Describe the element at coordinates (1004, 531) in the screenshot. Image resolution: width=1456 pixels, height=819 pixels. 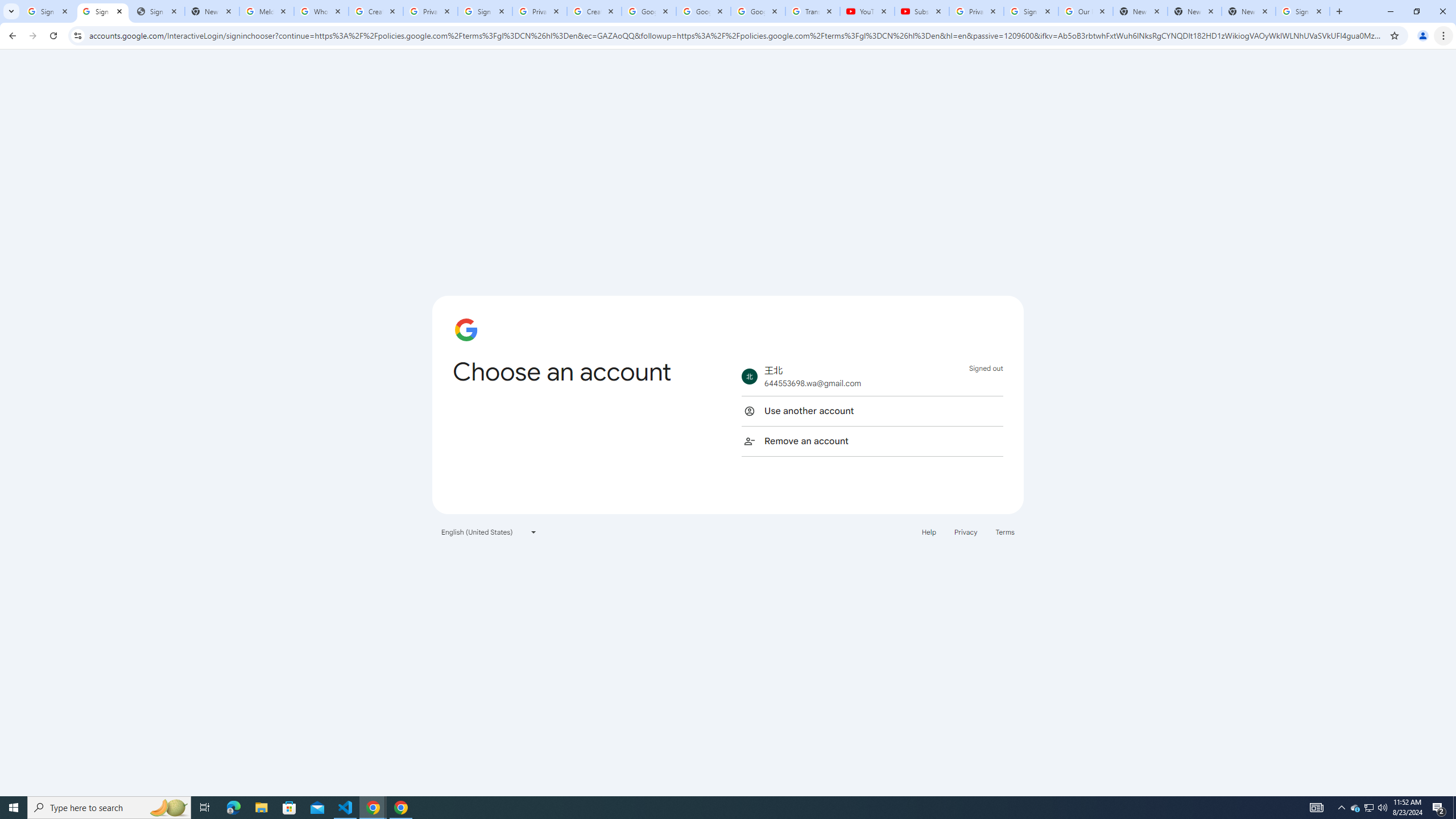
I see `'Terms'` at that location.